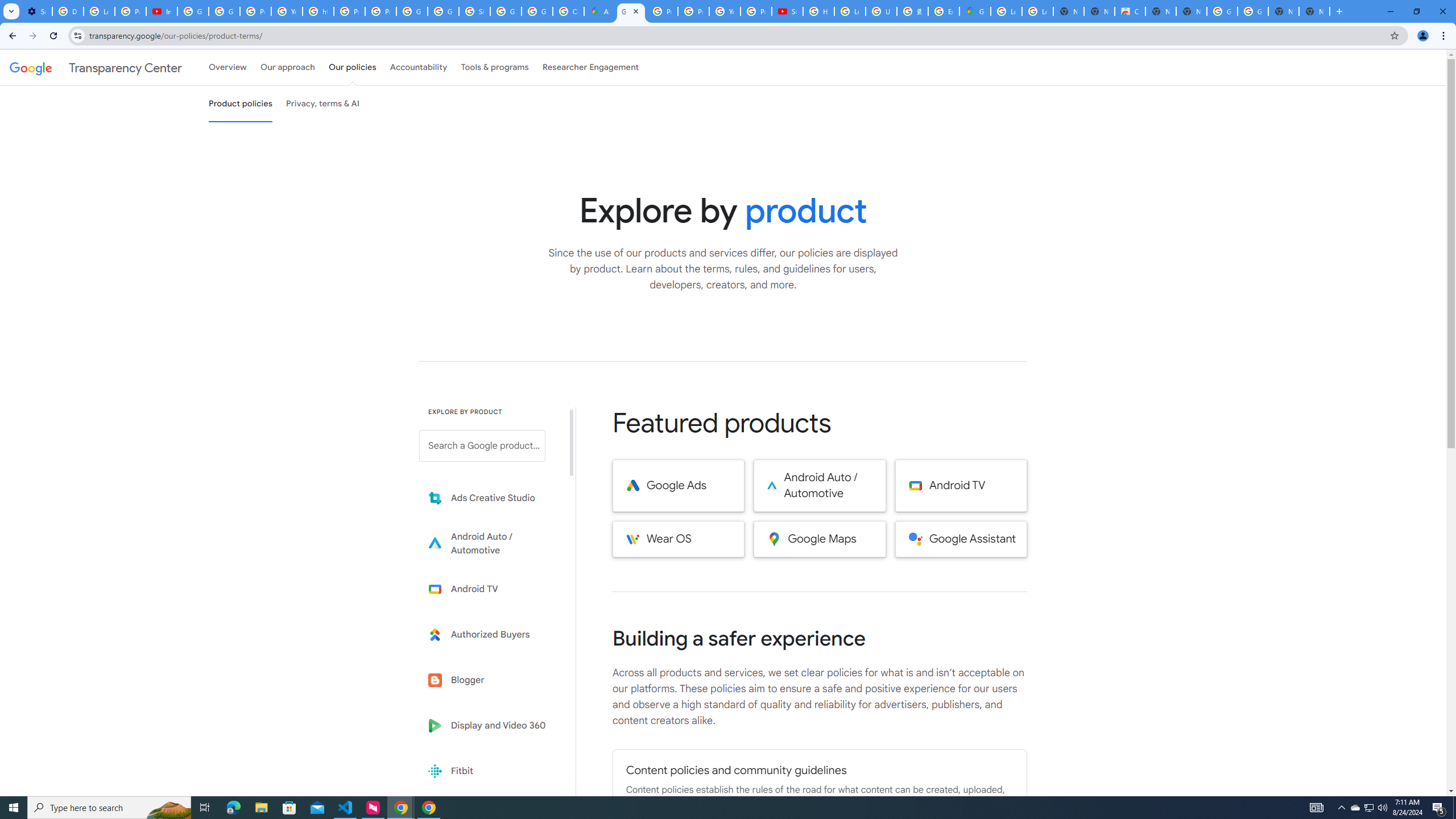  Describe the element at coordinates (418, 67) in the screenshot. I see `'Accountability'` at that location.